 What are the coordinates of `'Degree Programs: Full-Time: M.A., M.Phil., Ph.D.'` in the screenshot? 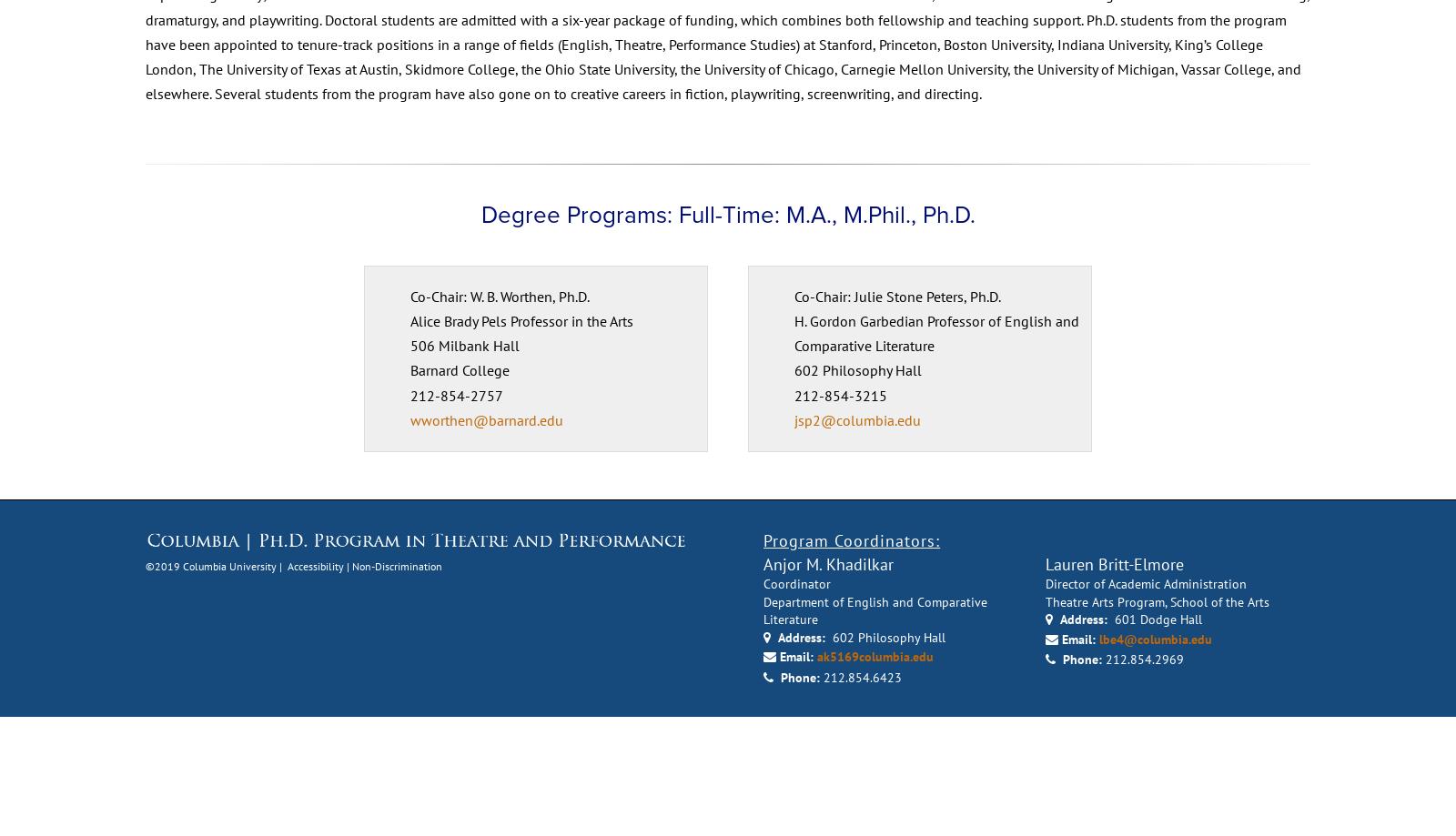 It's located at (480, 314).